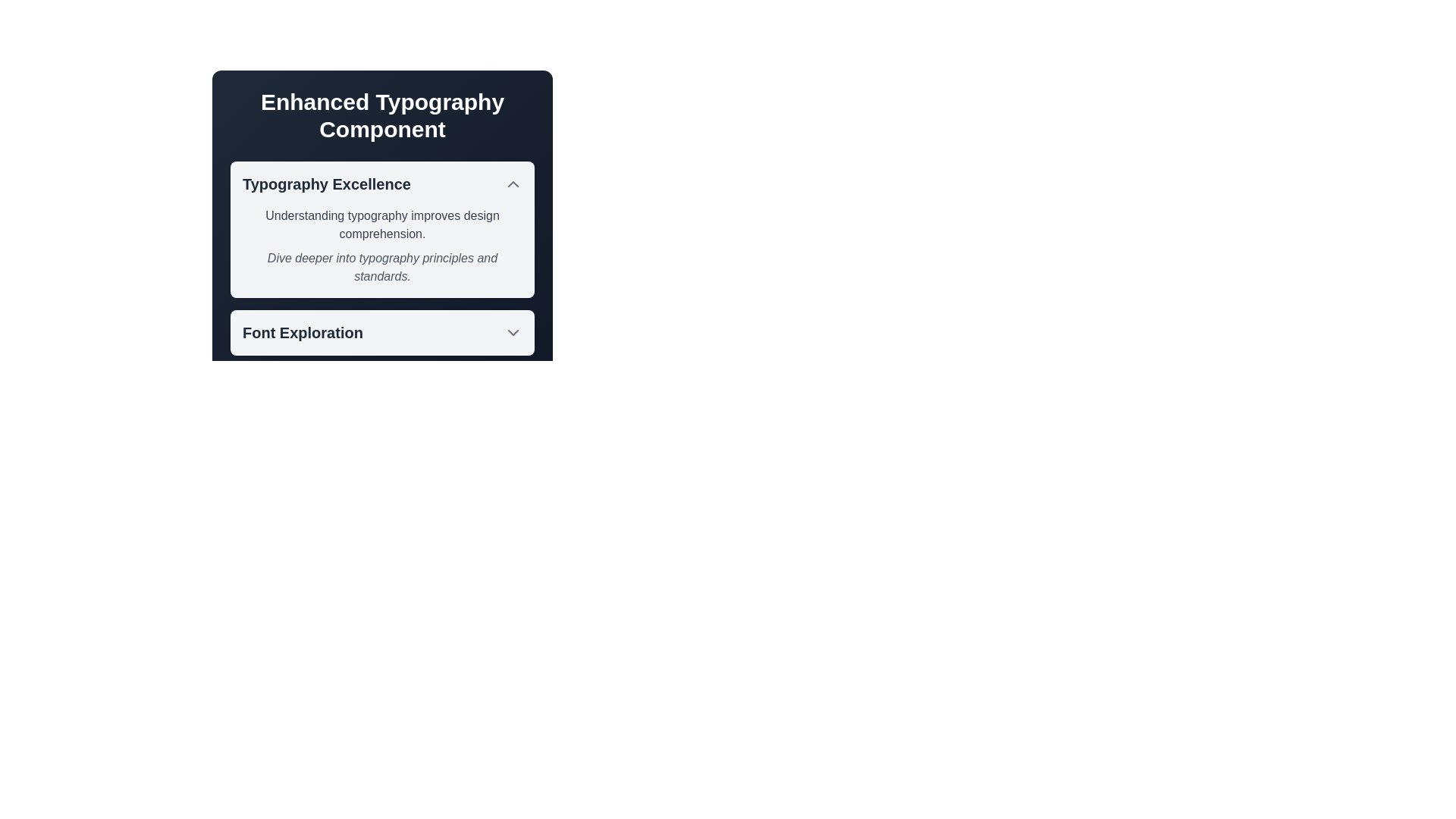  What do you see at coordinates (382, 267) in the screenshot?
I see `the informative text element located below the 'Understanding typography improves design comprehension.' text, which provides elaborative information related to typography principles and standards` at bounding box center [382, 267].